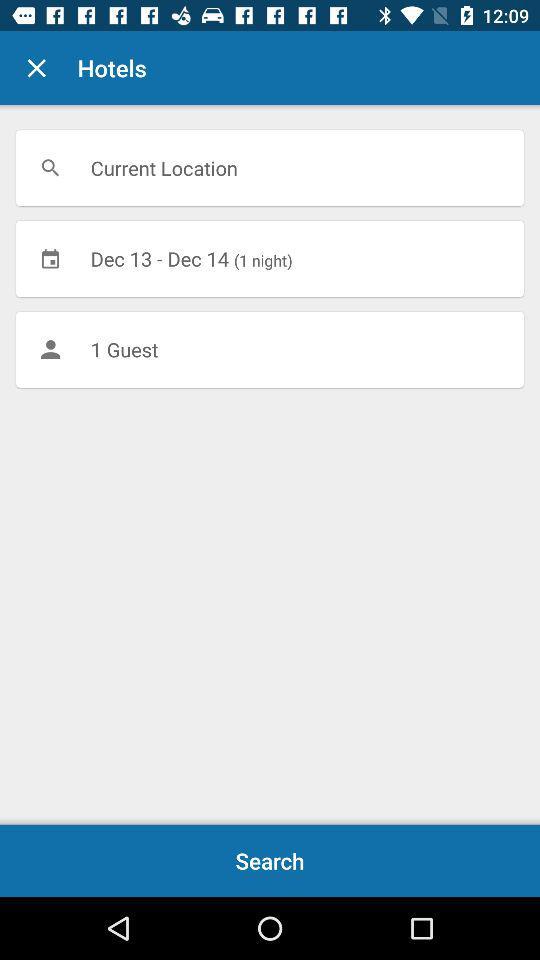 This screenshot has height=960, width=540. What do you see at coordinates (36, 68) in the screenshot?
I see `the item to the left of the hotels icon` at bounding box center [36, 68].